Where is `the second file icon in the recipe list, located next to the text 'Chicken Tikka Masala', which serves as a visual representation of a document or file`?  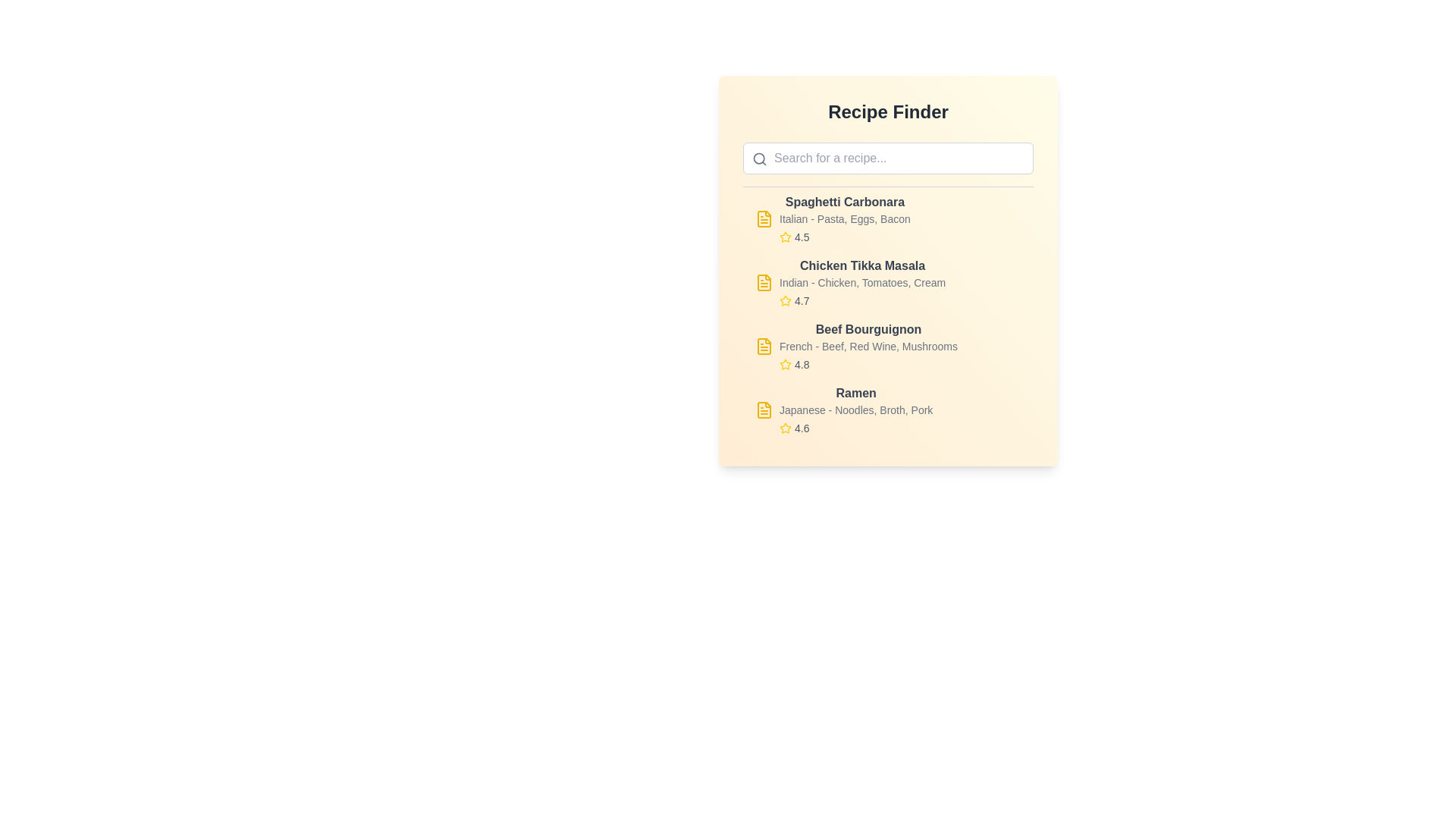 the second file icon in the recipe list, located next to the text 'Chicken Tikka Masala', which serves as a visual representation of a document or file is located at coordinates (764, 283).